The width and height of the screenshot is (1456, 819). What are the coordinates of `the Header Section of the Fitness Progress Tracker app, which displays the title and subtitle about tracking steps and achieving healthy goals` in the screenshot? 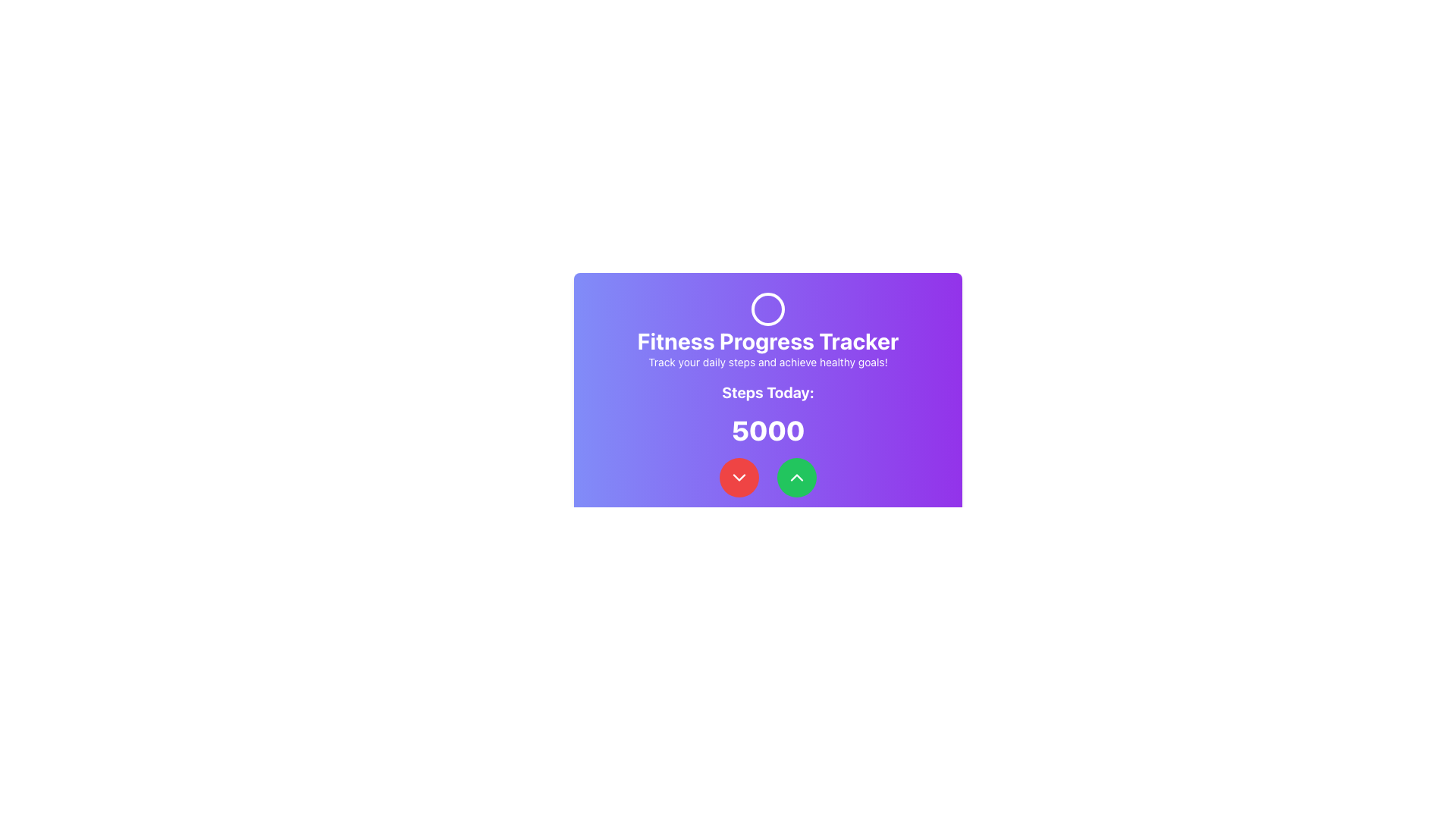 It's located at (767, 329).